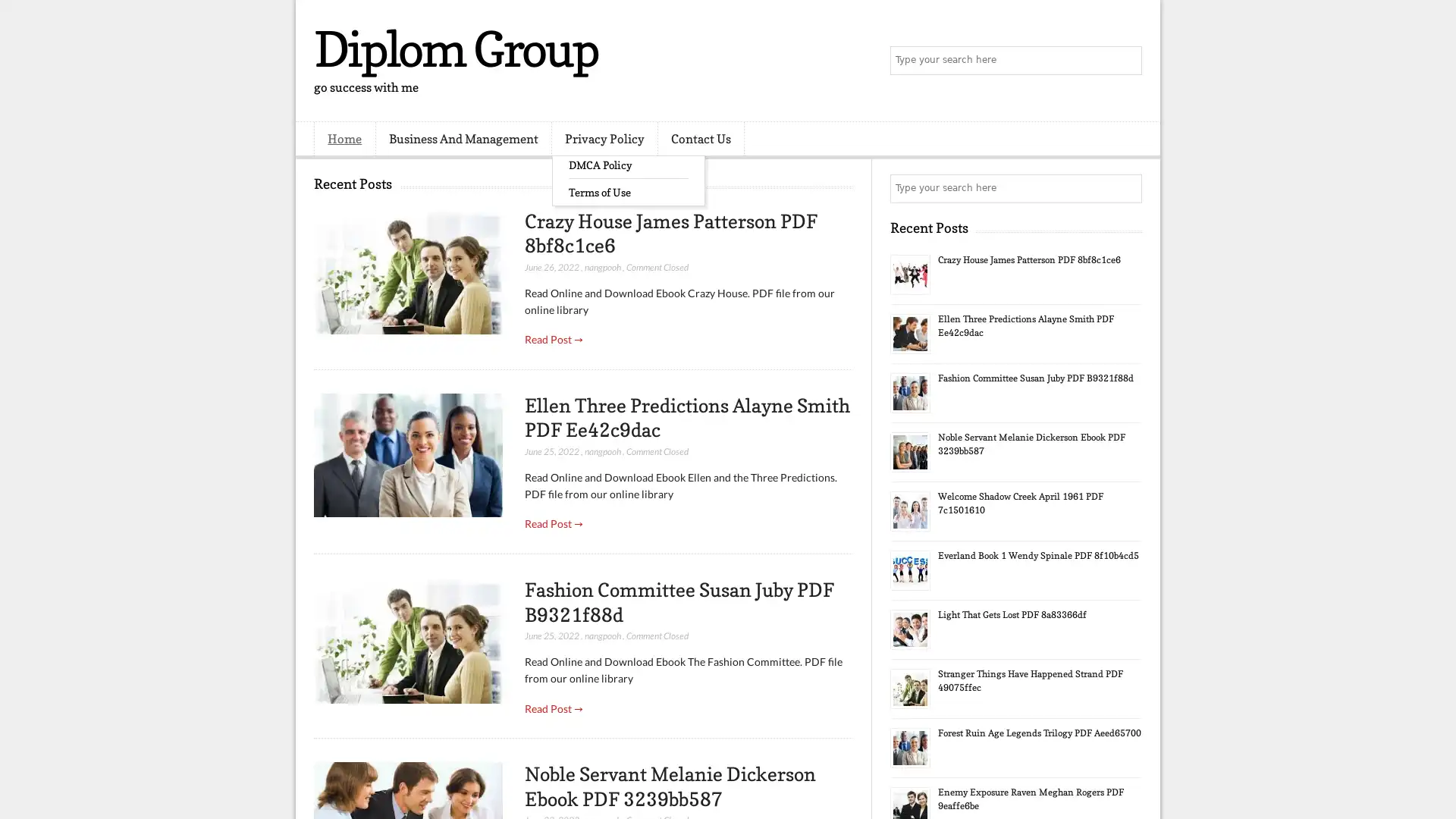 The image size is (1456, 819). I want to click on Search, so click(1126, 61).